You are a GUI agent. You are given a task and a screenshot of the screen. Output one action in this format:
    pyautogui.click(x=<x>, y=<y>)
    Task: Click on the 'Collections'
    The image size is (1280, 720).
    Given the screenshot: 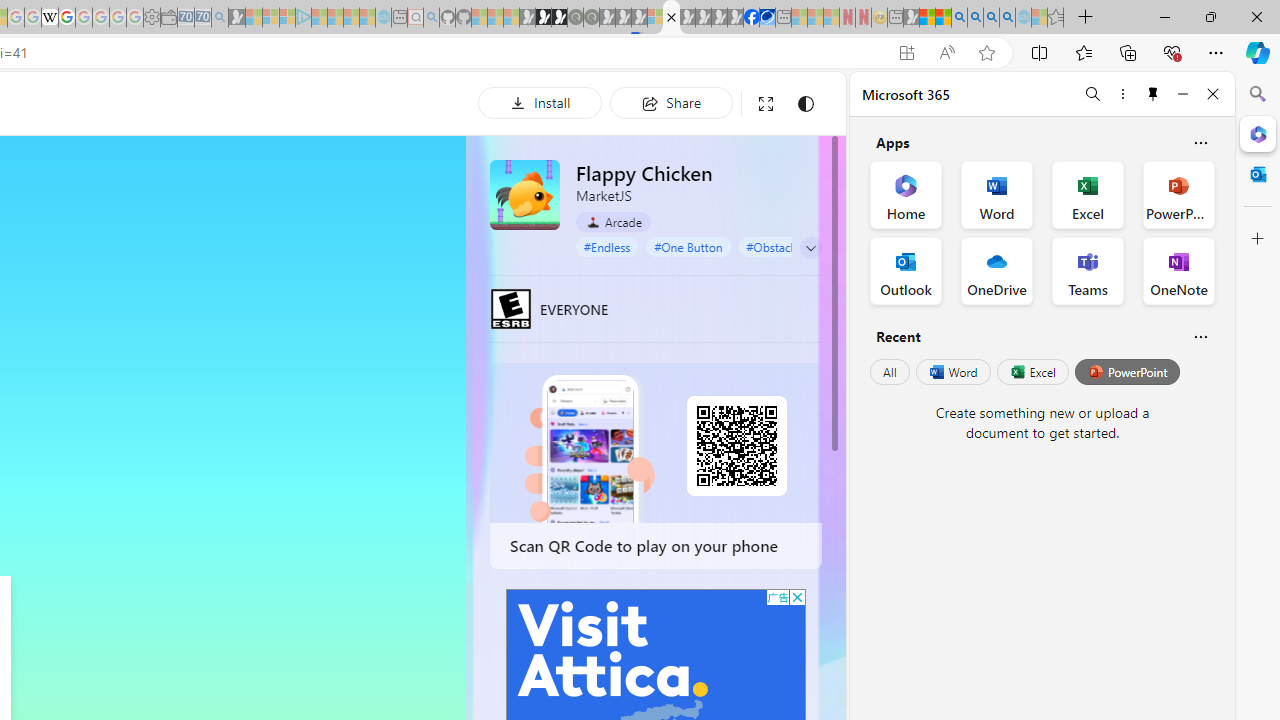 What is the action you would take?
    pyautogui.click(x=1128, y=51)
    